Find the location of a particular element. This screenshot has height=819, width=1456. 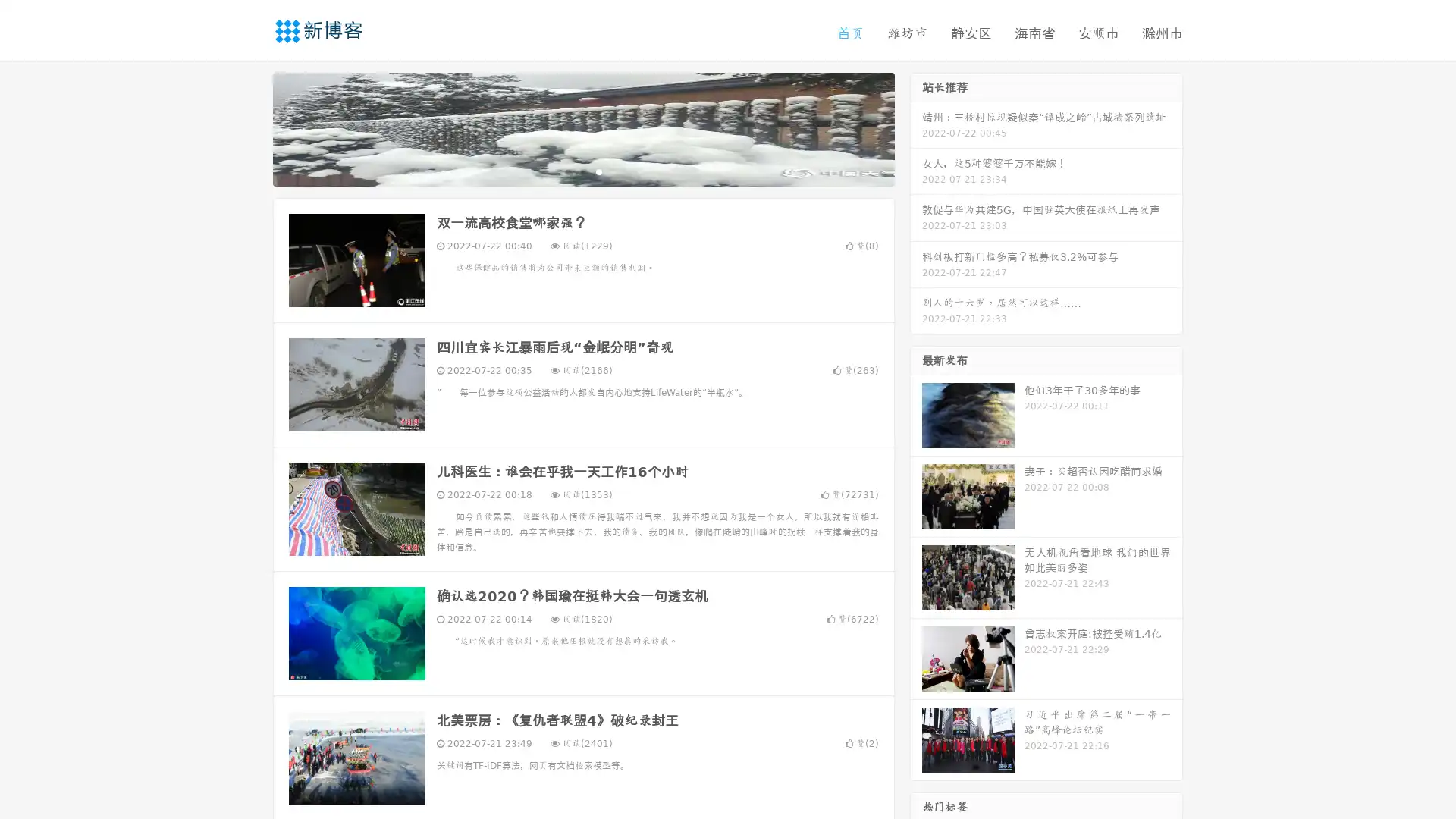

Next slide is located at coordinates (916, 127).